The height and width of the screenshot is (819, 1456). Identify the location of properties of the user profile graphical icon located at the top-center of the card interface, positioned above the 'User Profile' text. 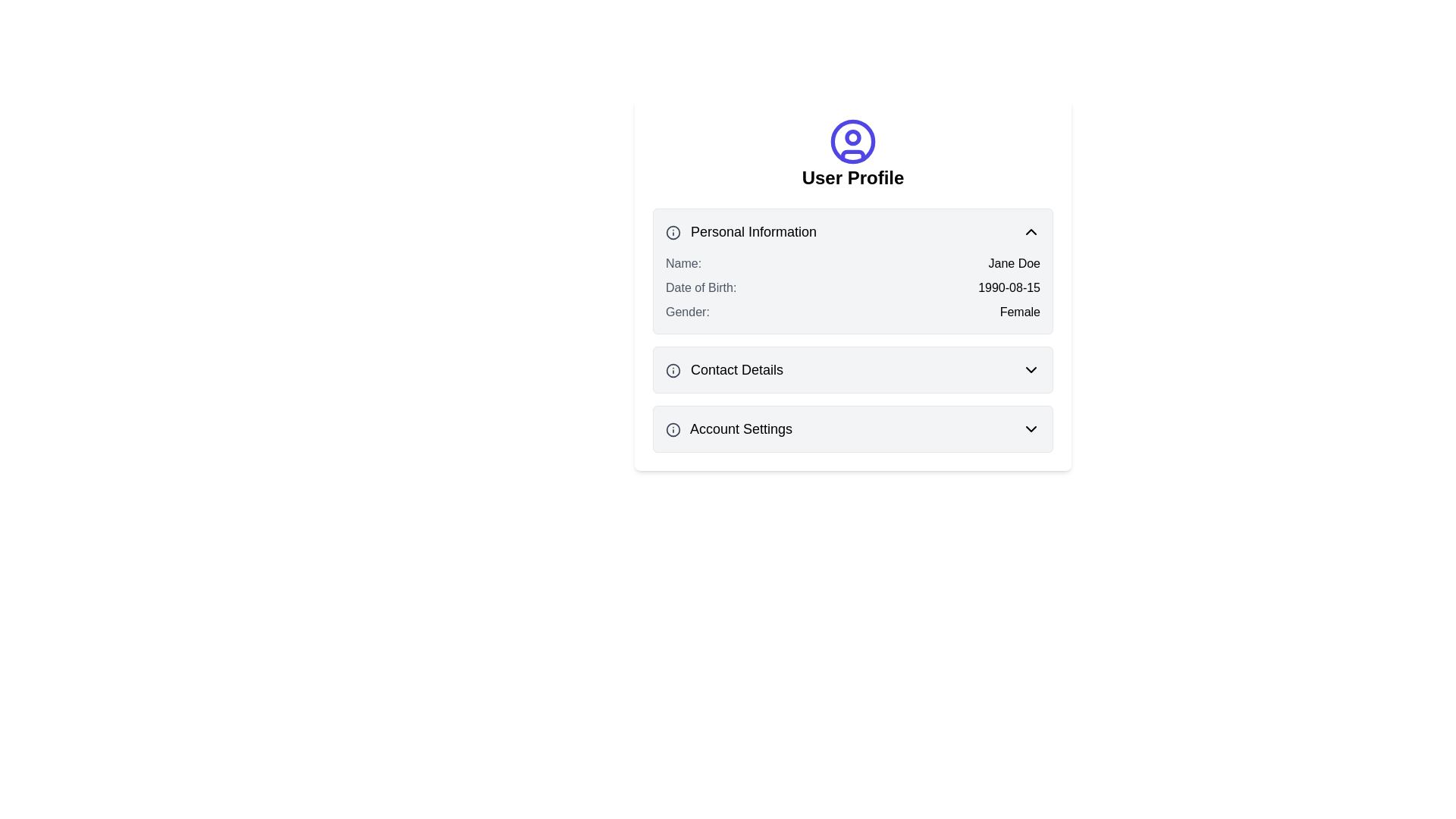
(852, 141).